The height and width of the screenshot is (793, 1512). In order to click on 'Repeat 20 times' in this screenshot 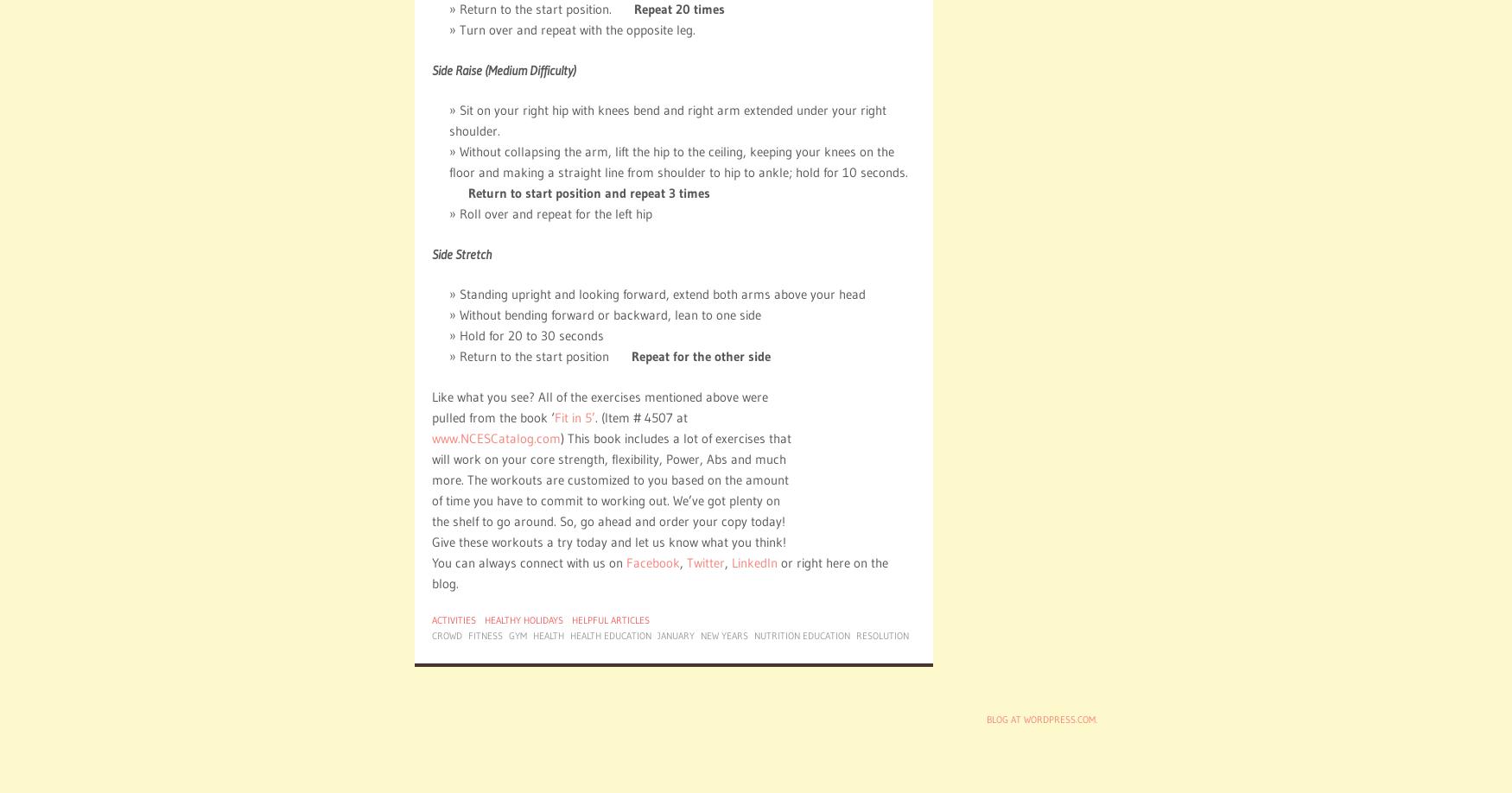, I will do `click(678, 9)`.